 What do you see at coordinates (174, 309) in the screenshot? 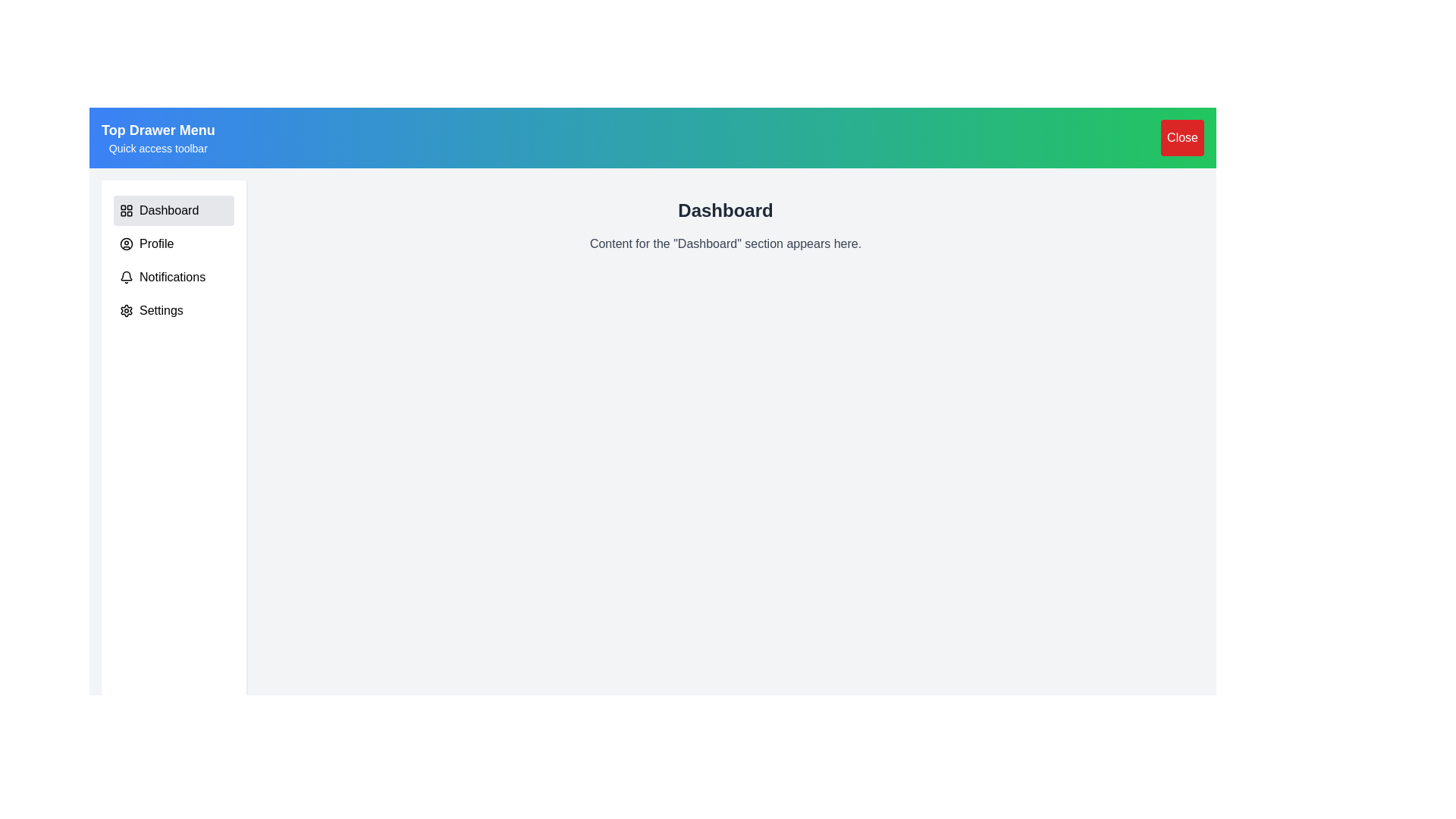
I see `the Settings section by clicking on its entry in the sidebar menu` at bounding box center [174, 309].